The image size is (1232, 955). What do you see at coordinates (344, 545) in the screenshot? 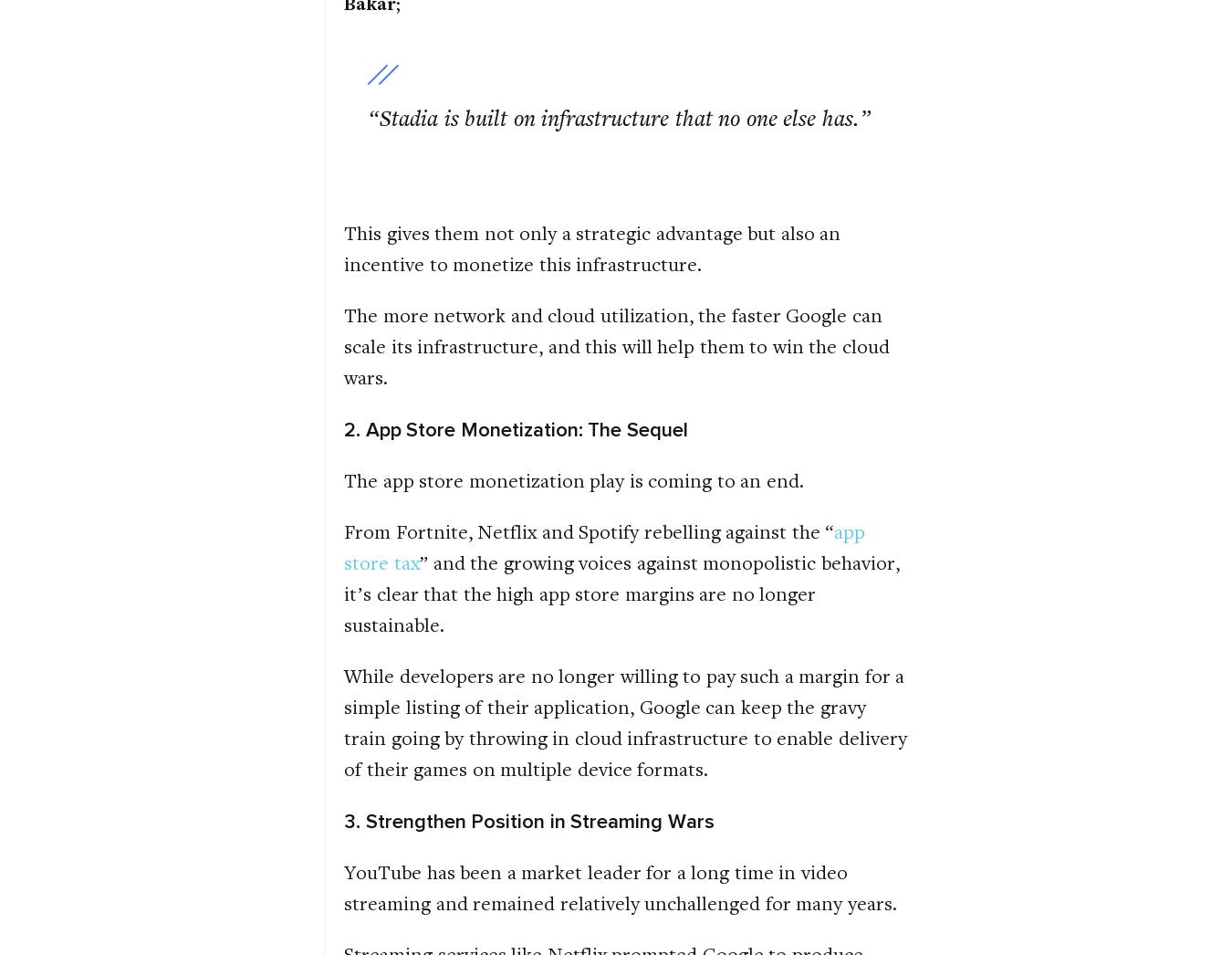
I see `'app store tax'` at bounding box center [344, 545].